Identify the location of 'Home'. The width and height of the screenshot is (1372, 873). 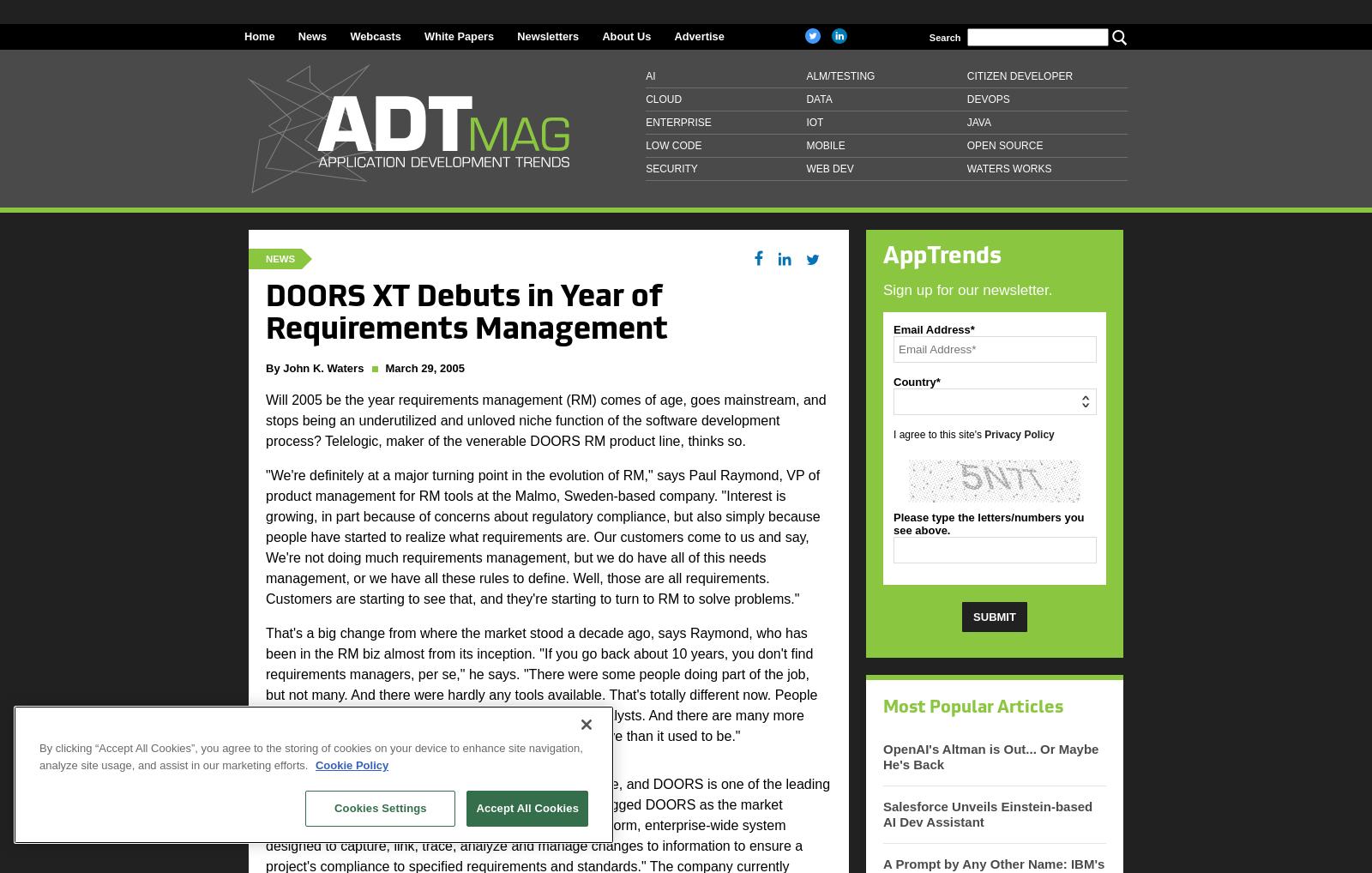
(244, 35).